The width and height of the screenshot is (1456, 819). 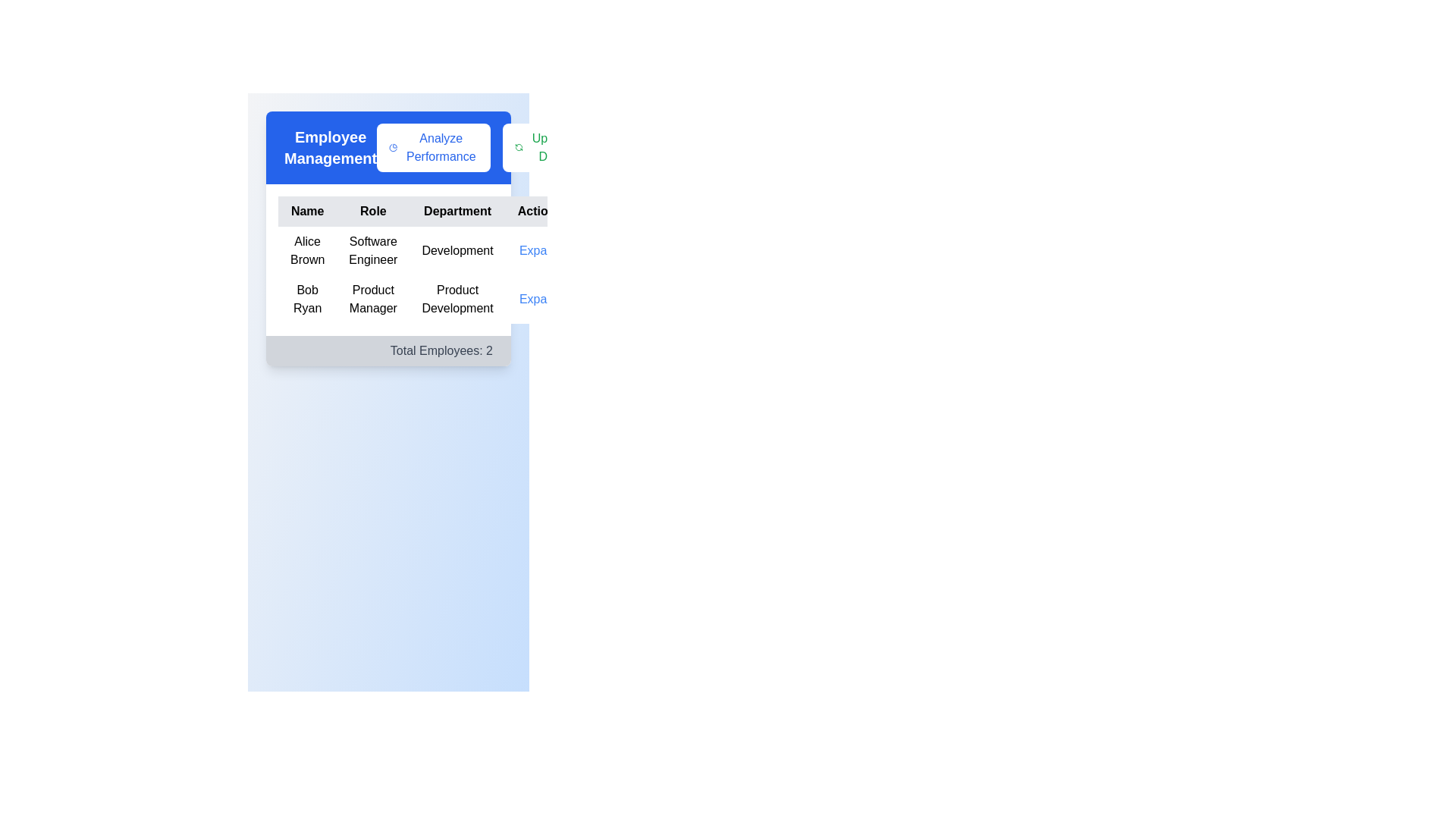 What do you see at coordinates (306, 211) in the screenshot?
I see `the static text label displaying 'Name' in bold, black font, which is the first label in the header row of the employee details table` at bounding box center [306, 211].